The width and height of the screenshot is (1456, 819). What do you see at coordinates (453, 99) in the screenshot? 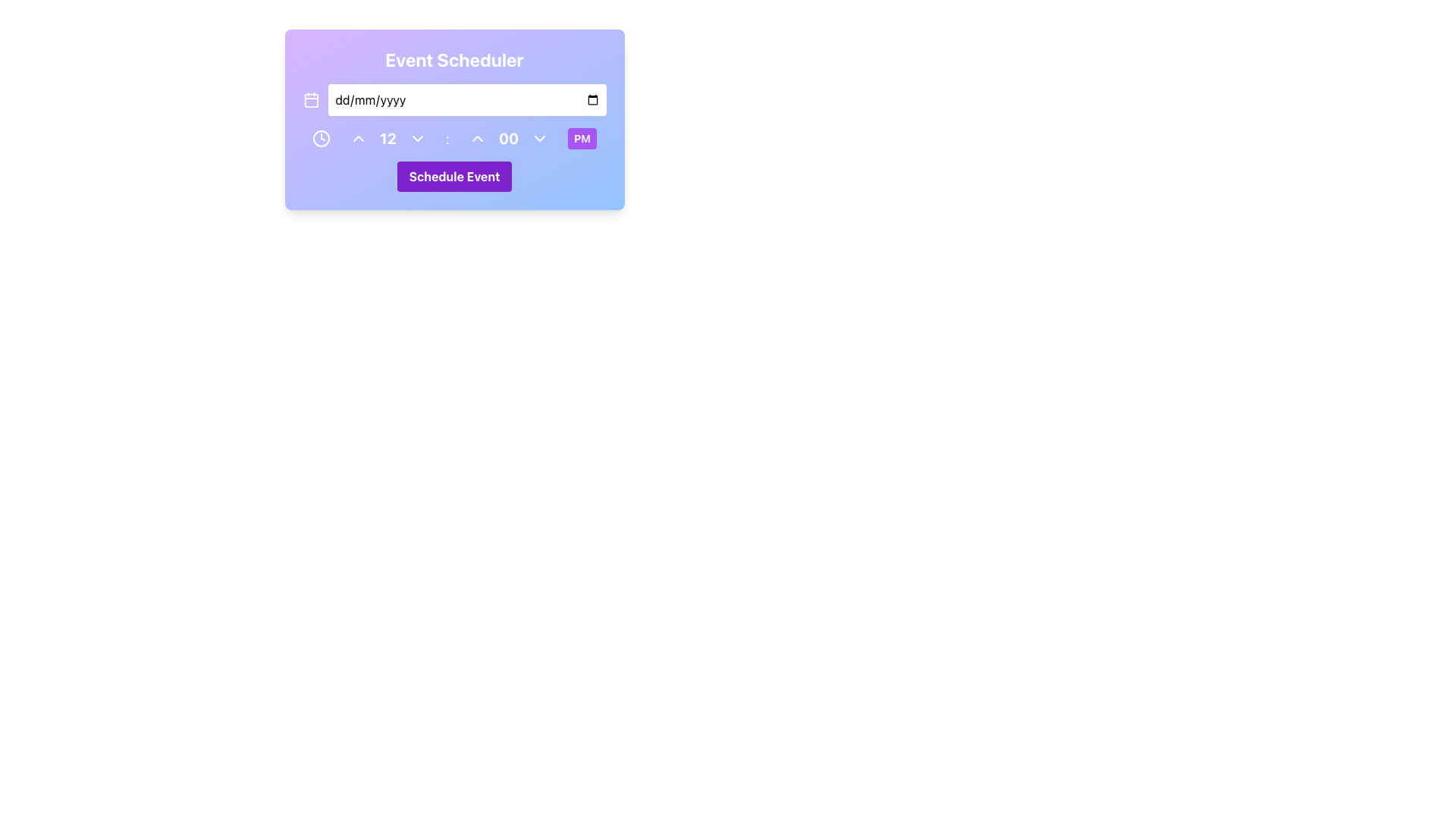
I see `the date input field in the 'Event Scheduler' interface` at bounding box center [453, 99].